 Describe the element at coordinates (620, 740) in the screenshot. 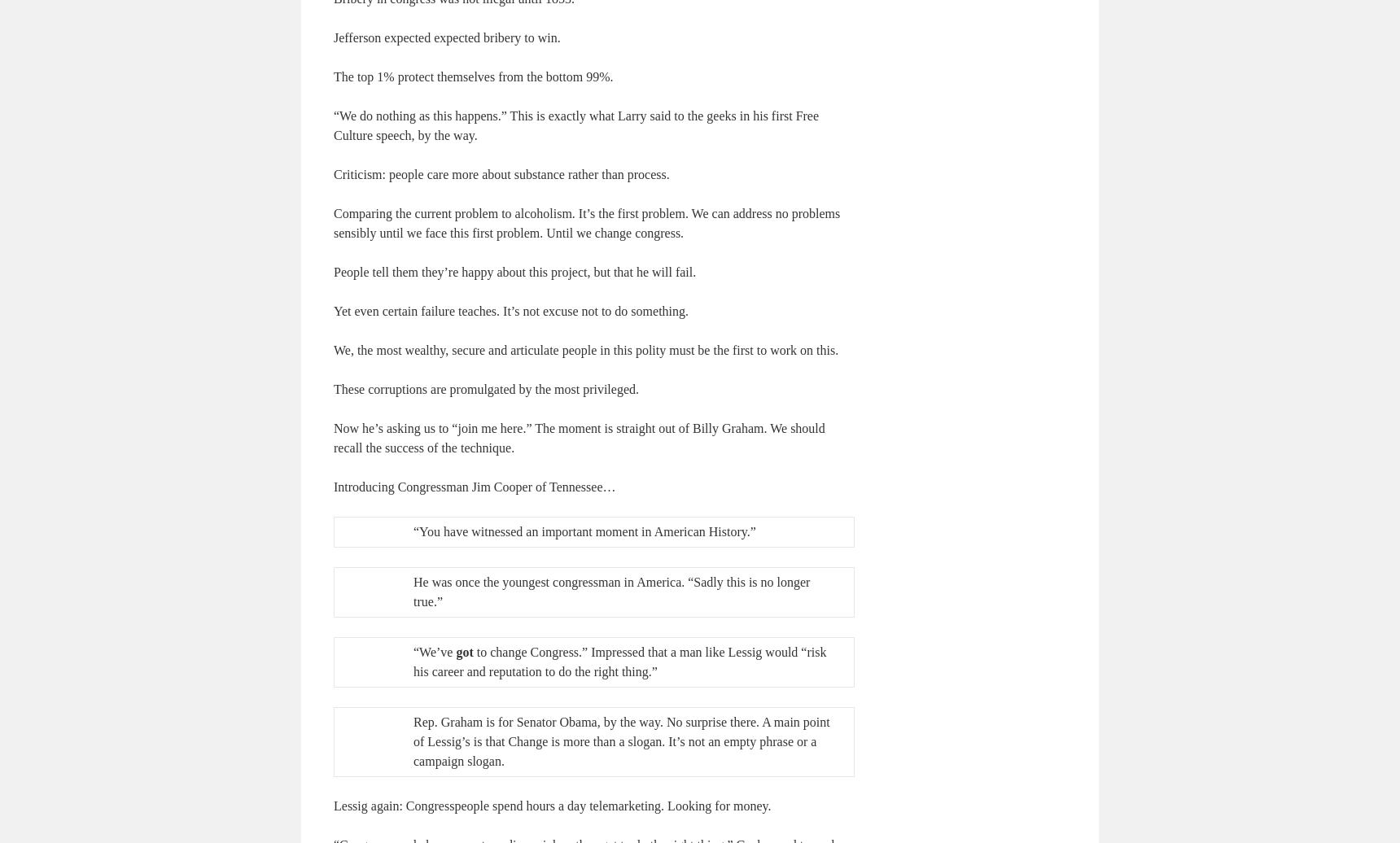

I see `'Rep. Graham is for Senator Obama, by the way. No surprise there. A main point of Lessig’s is that Change is more than a slogan. It’s not an empty phrase or a campaign slogan.'` at that location.